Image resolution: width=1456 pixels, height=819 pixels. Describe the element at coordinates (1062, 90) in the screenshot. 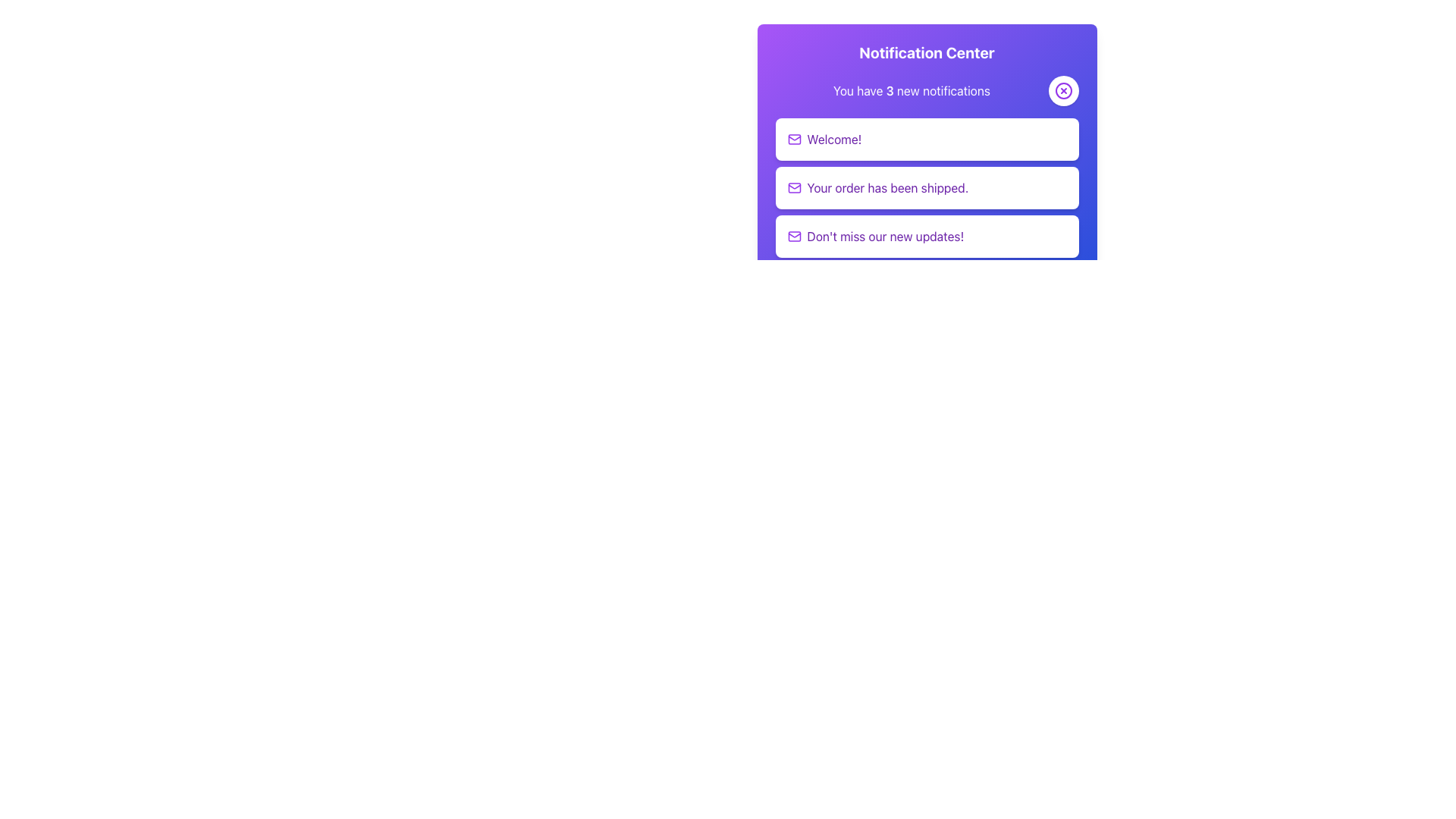

I see `the circular button with a cross icon and purple border located` at that location.